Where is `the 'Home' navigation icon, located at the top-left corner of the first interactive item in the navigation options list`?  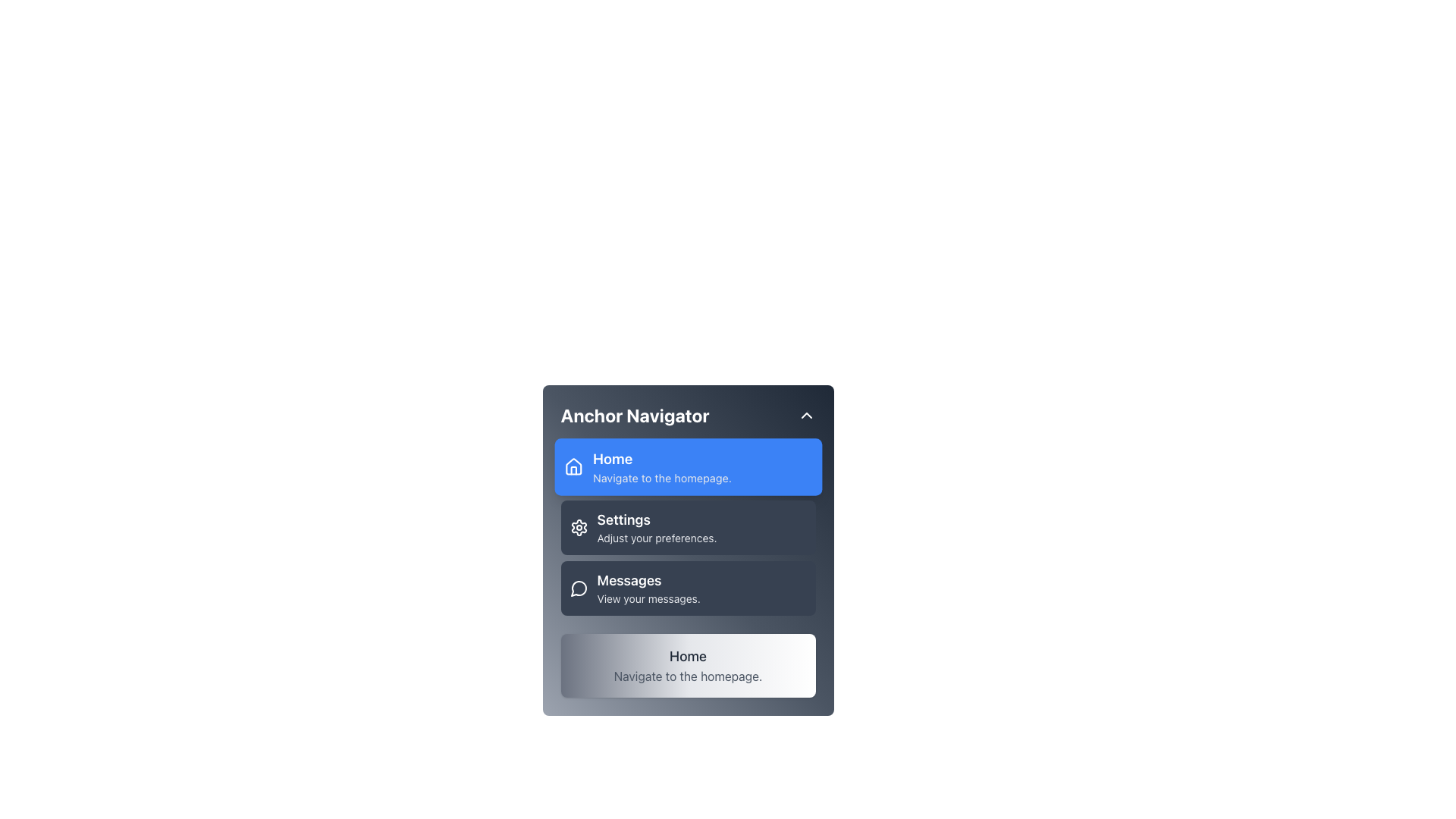 the 'Home' navigation icon, located at the top-left corner of the first interactive item in the navigation options list is located at coordinates (573, 466).